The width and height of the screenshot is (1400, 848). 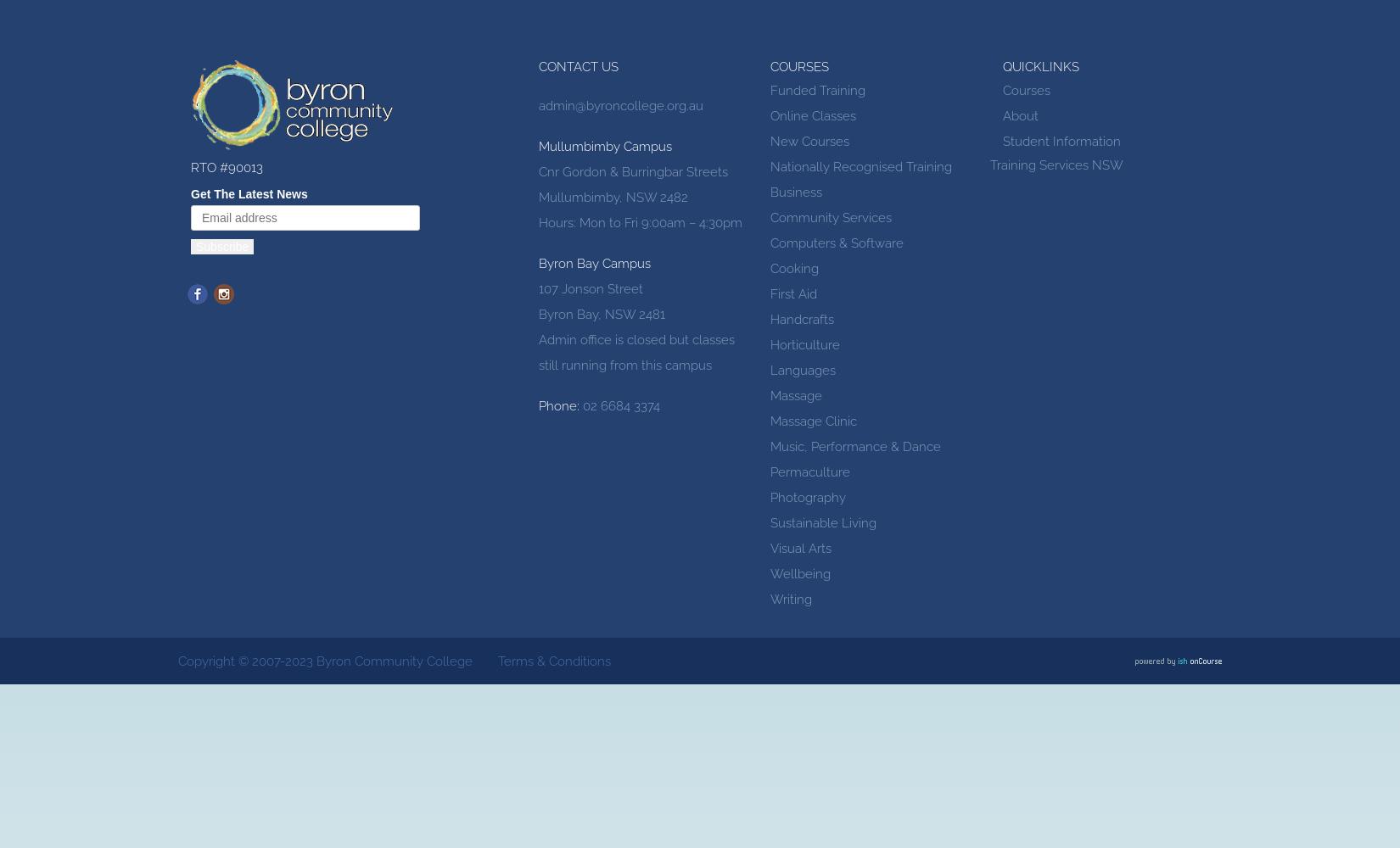 What do you see at coordinates (537, 353) in the screenshot?
I see `'Admin office is closed but classes still running from this campus'` at bounding box center [537, 353].